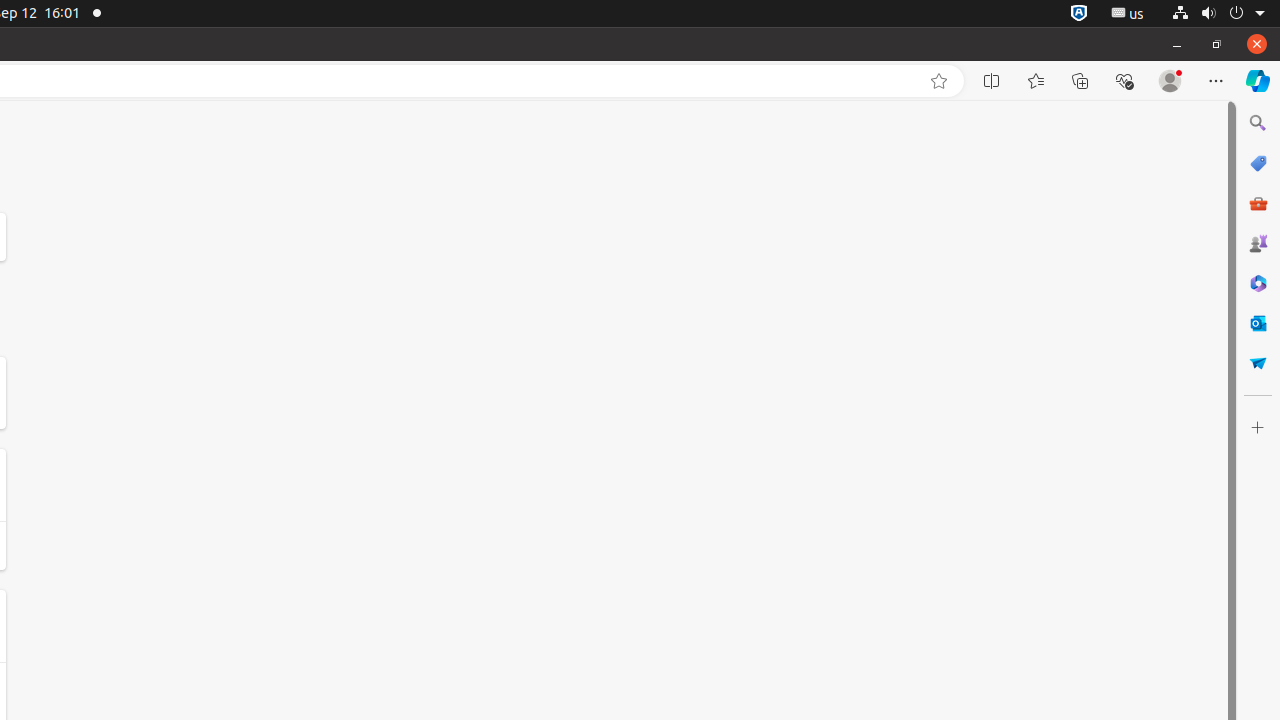  I want to click on ':1.72/StatusNotifierItem', so click(1078, 13).